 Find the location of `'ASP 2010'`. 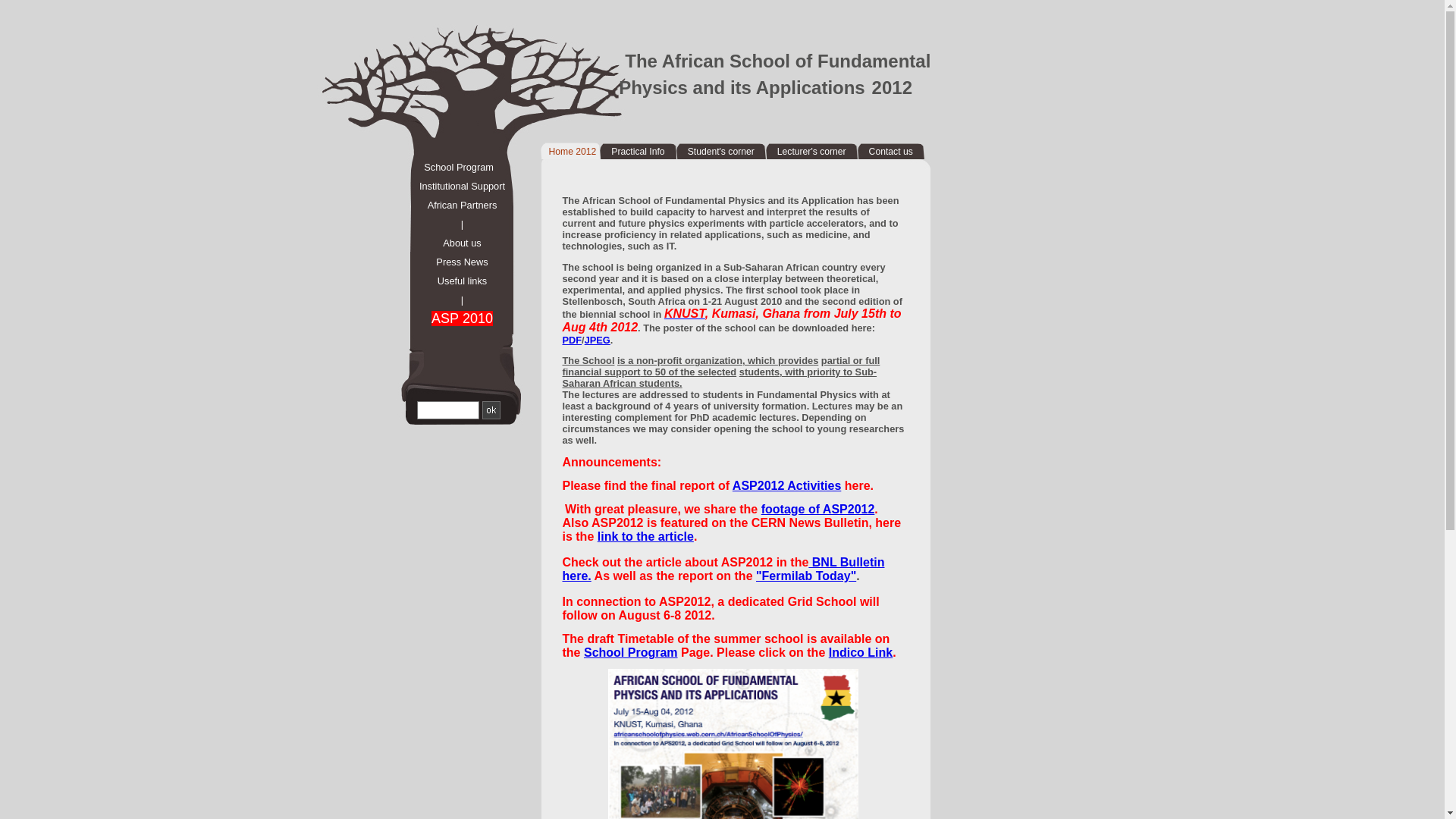

'ASP 2010' is located at coordinates (453, 318).